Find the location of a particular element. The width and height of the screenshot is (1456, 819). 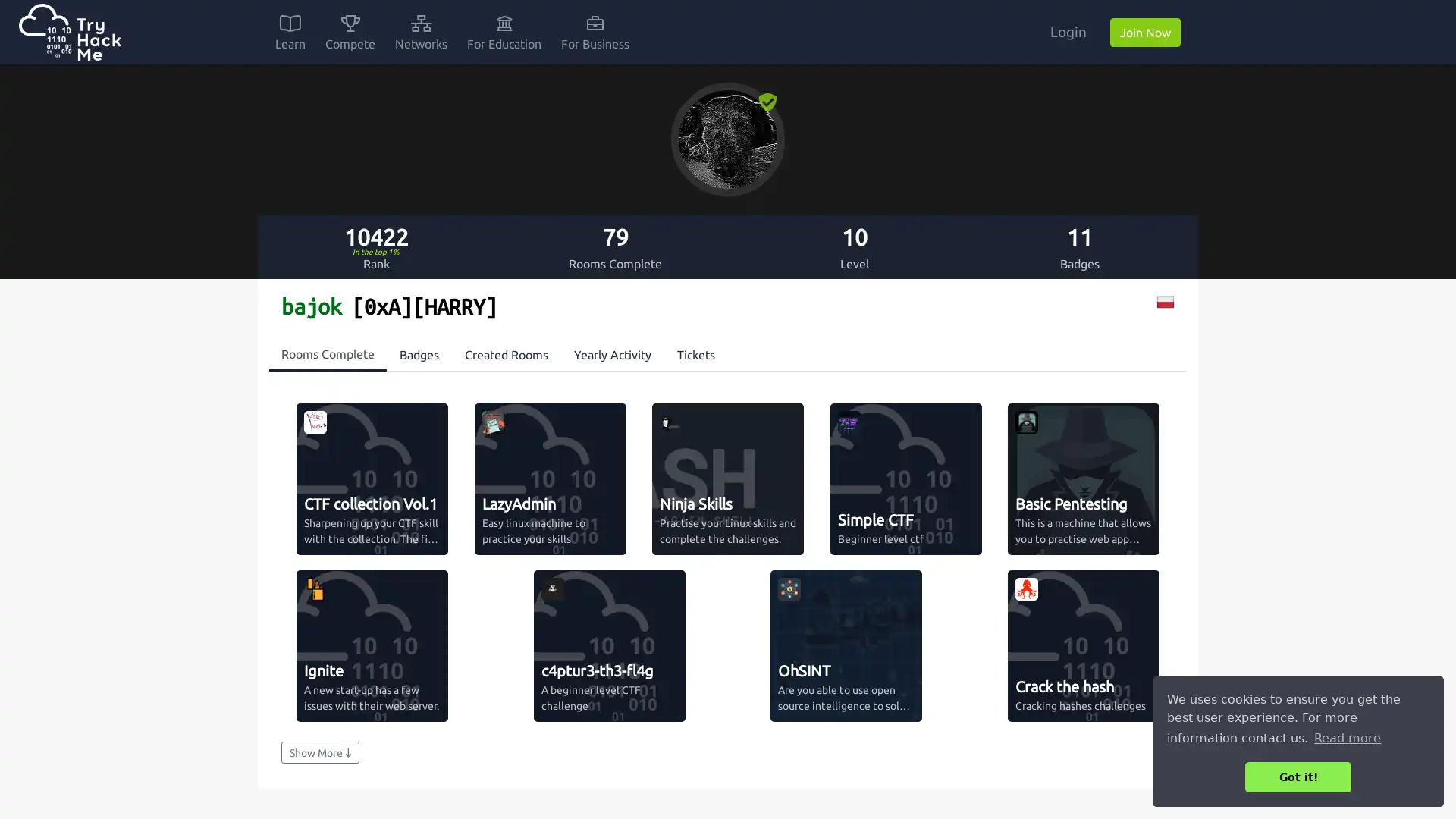

dismiss cookie message is located at coordinates (1298, 777).